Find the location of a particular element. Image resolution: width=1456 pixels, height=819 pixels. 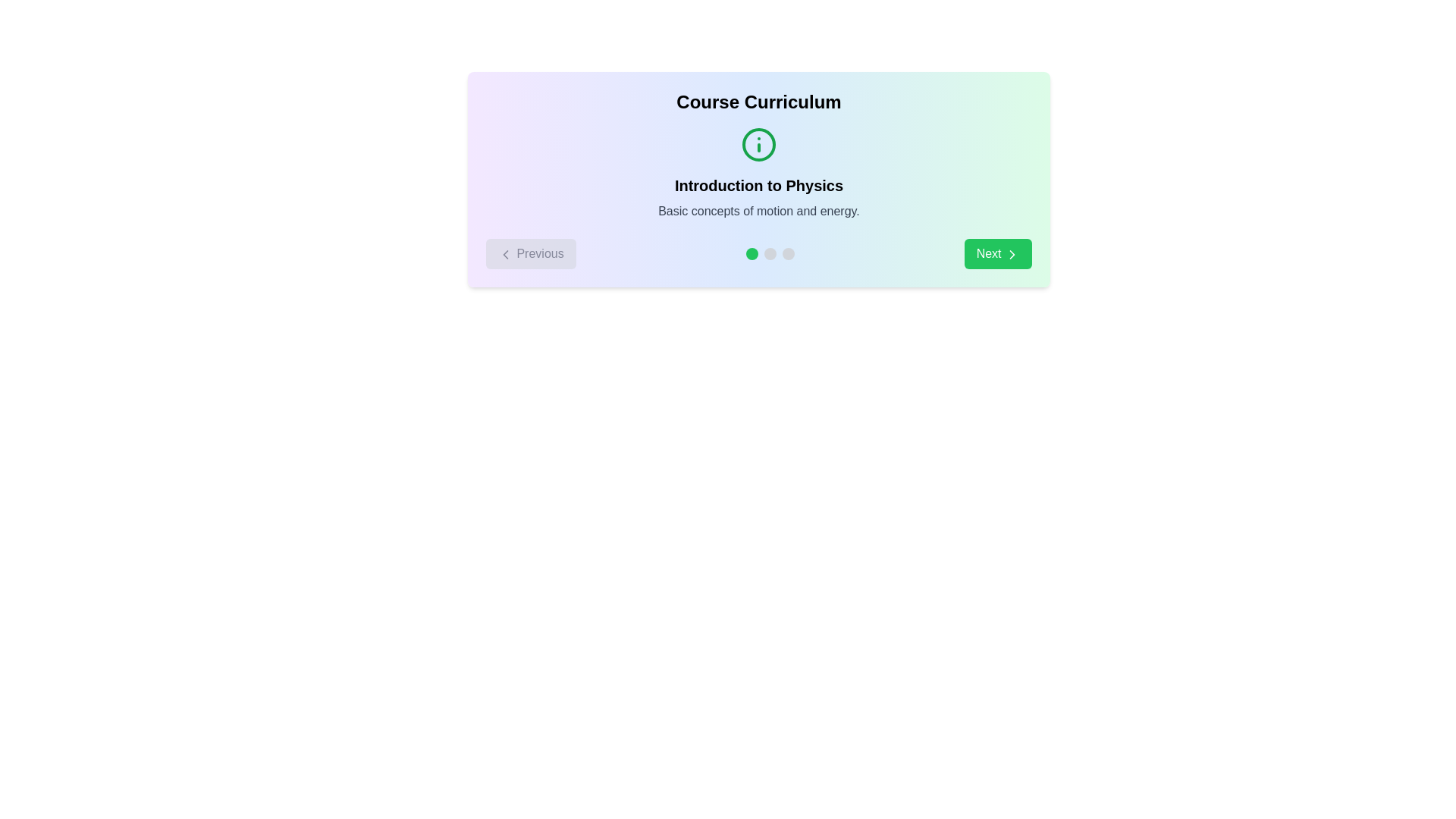

the information icon located above the 'Introduction to Physics' title is located at coordinates (759, 145).